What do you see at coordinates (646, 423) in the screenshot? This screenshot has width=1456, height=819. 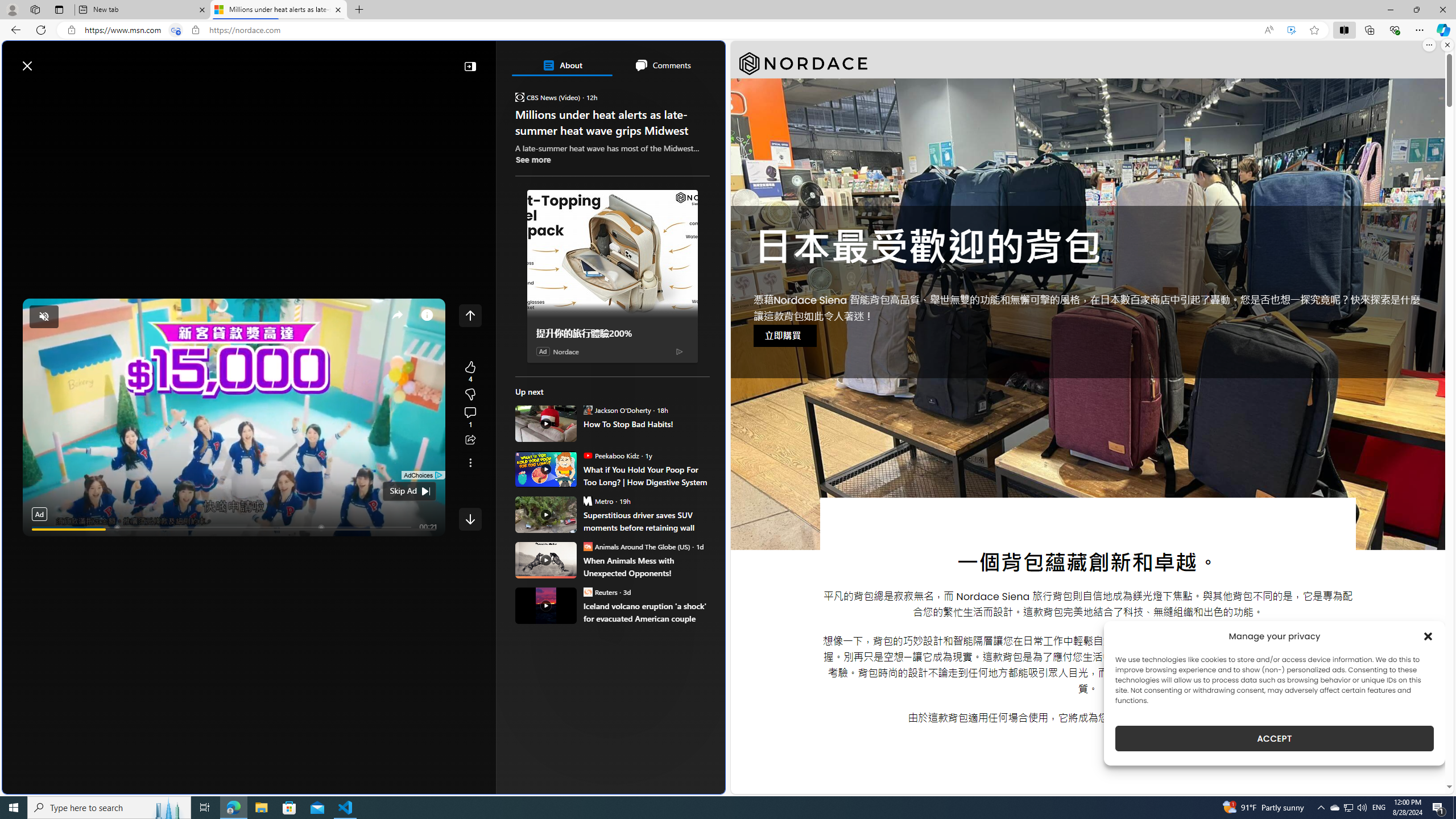 I see `'How To Stop Bad Habits!'` at bounding box center [646, 423].